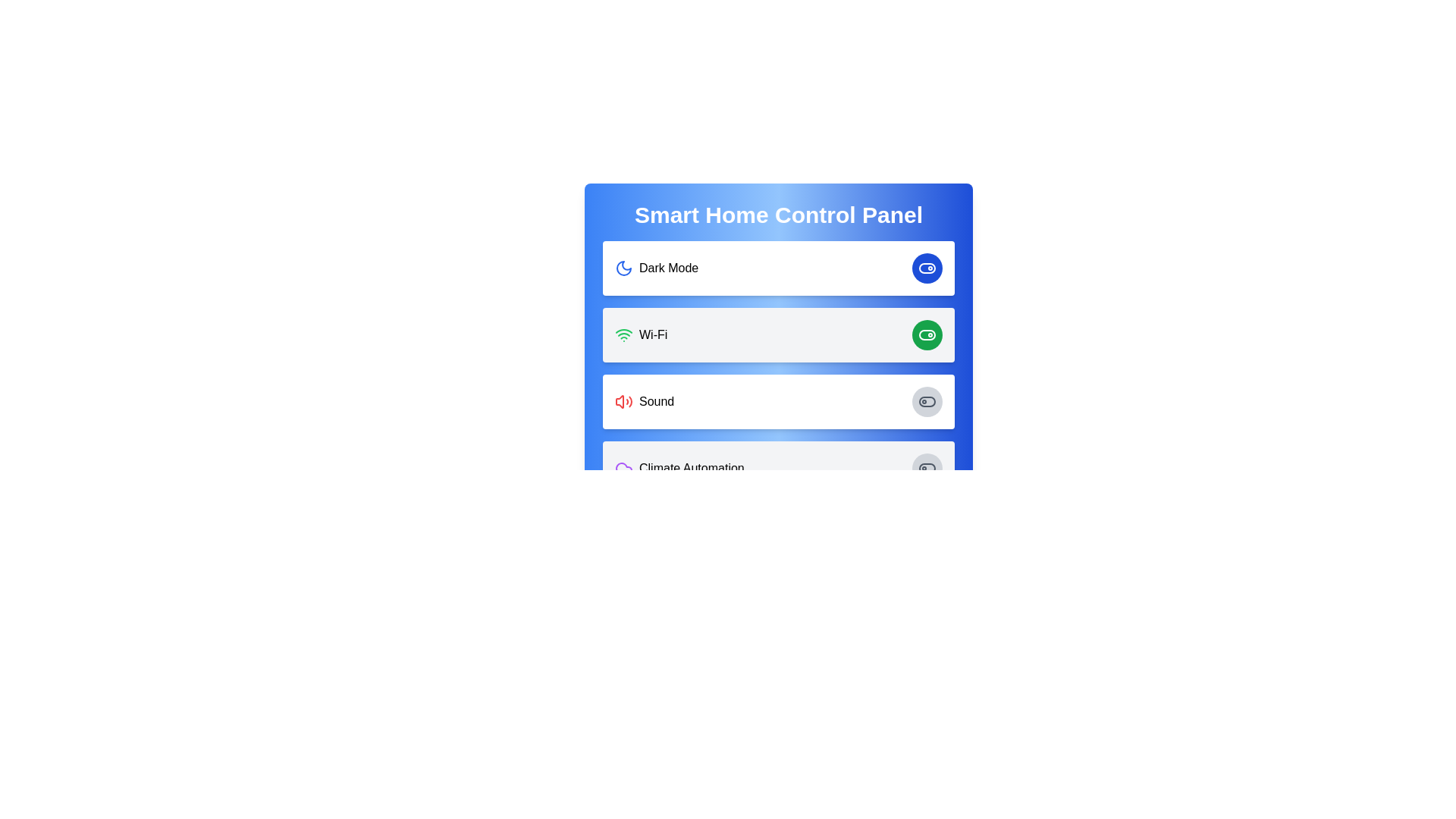 The image size is (1456, 819). I want to click on the toggle button for 'Dark Mode' located on the right side of the 'Dark Mode' section, so click(927, 268).